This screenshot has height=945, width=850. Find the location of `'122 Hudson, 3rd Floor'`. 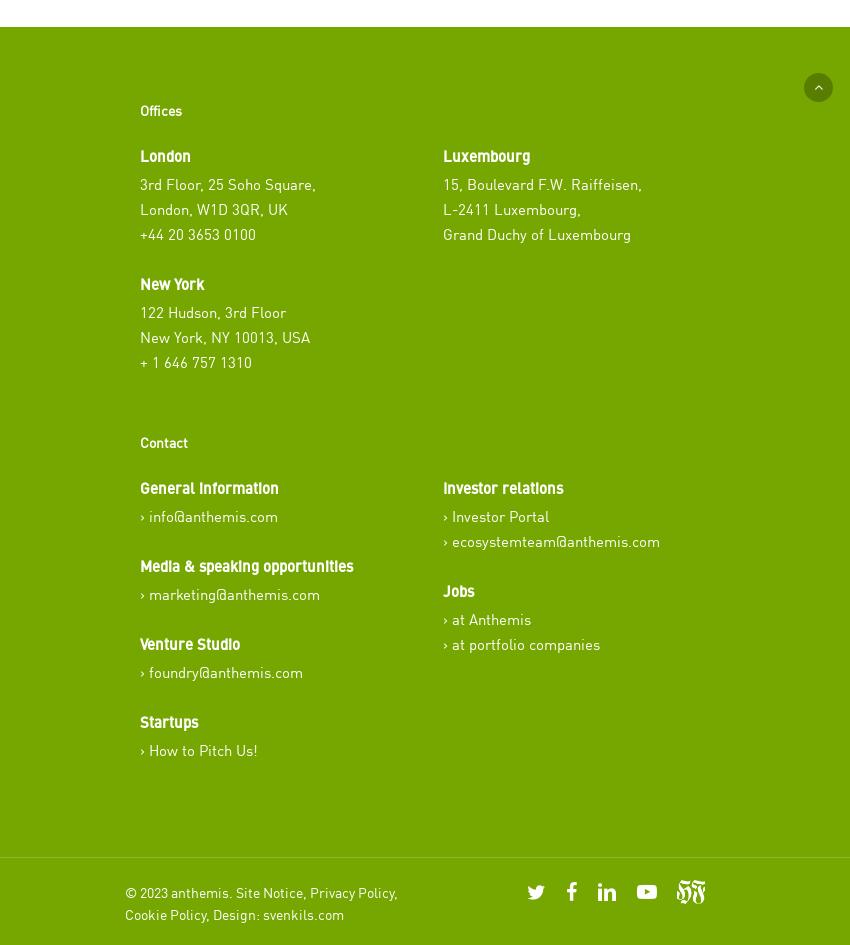

'122 Hudson, 3rd Floor' is located at coordinates (212, 311).